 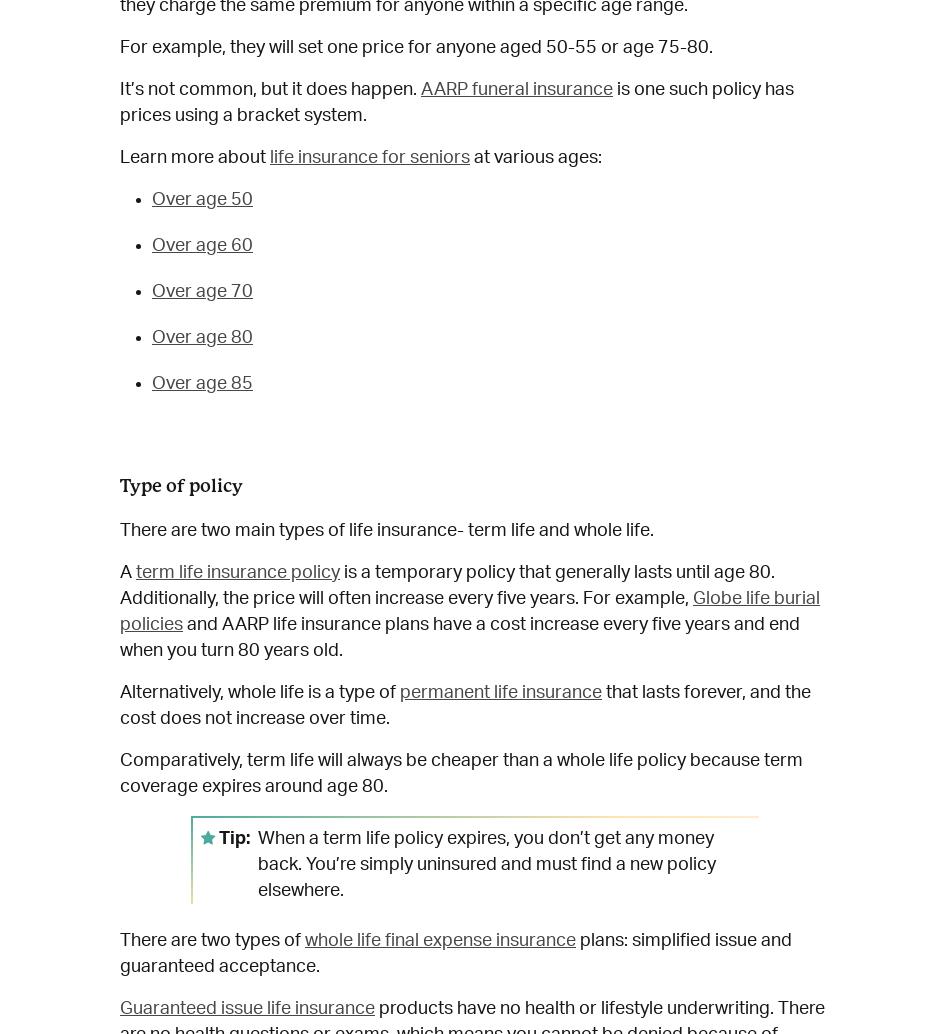 What do you see at coordinates (455, 952) in the screenshot?
I see `'plans: simplified issue and guaranteed acceptance.'` at bounding box center [455, 952].